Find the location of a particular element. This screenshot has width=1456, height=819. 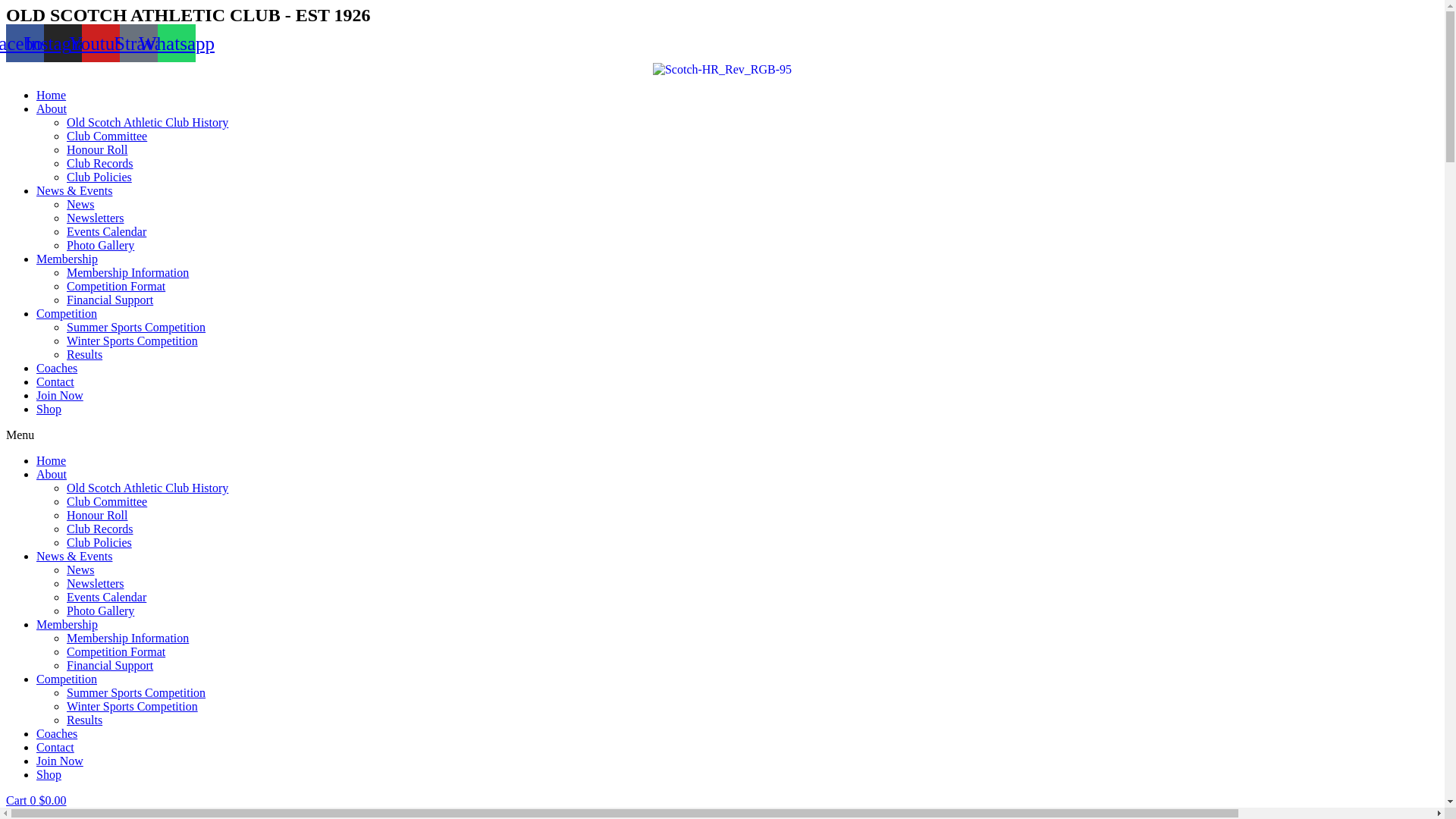

'About' is located at coordinates (51, 473).